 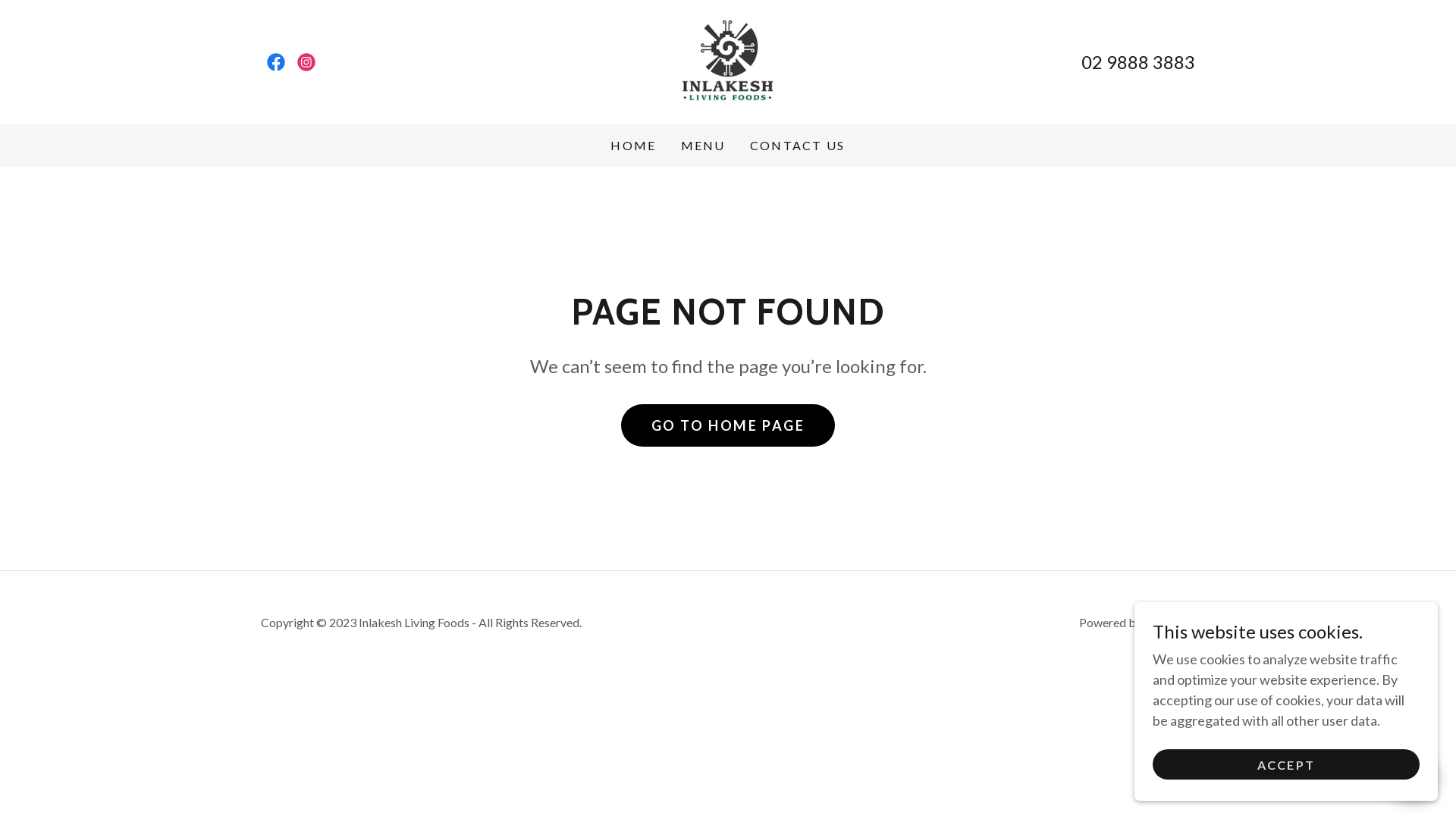 I want to click on '02 9888 3883', so click(x=1138, y=61).